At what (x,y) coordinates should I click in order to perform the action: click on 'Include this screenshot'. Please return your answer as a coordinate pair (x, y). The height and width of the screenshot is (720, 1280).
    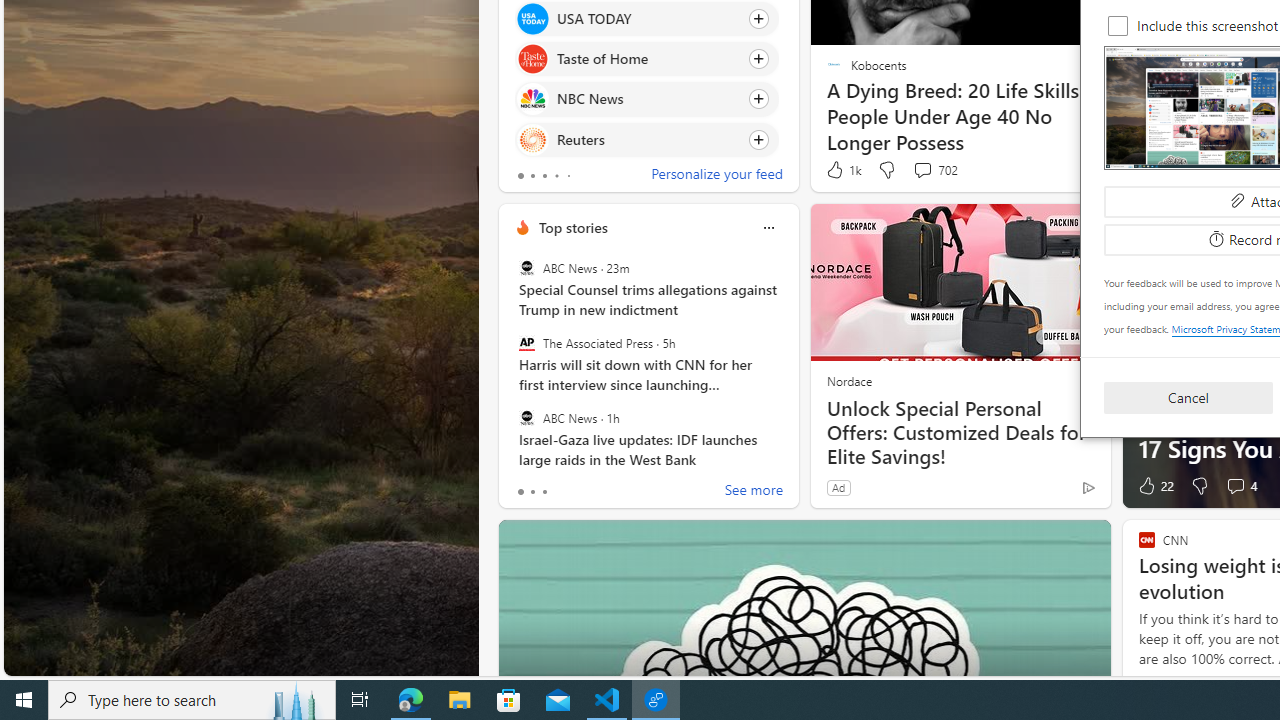
    Looking at the image, I should click on (1117, 25).